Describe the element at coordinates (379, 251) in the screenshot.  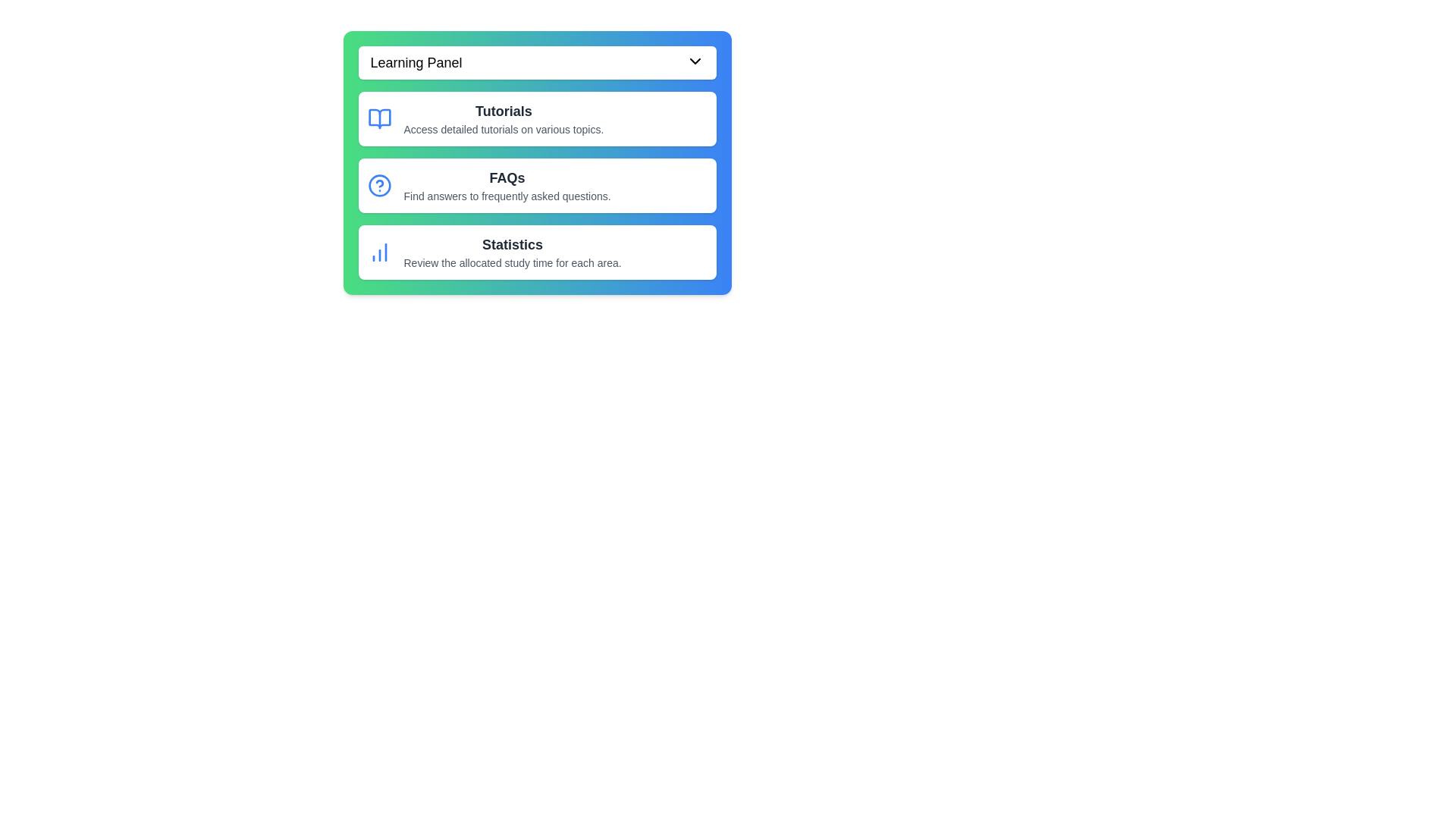
I see `the icon corresponding to Statistics to access its additional actions` at that location.